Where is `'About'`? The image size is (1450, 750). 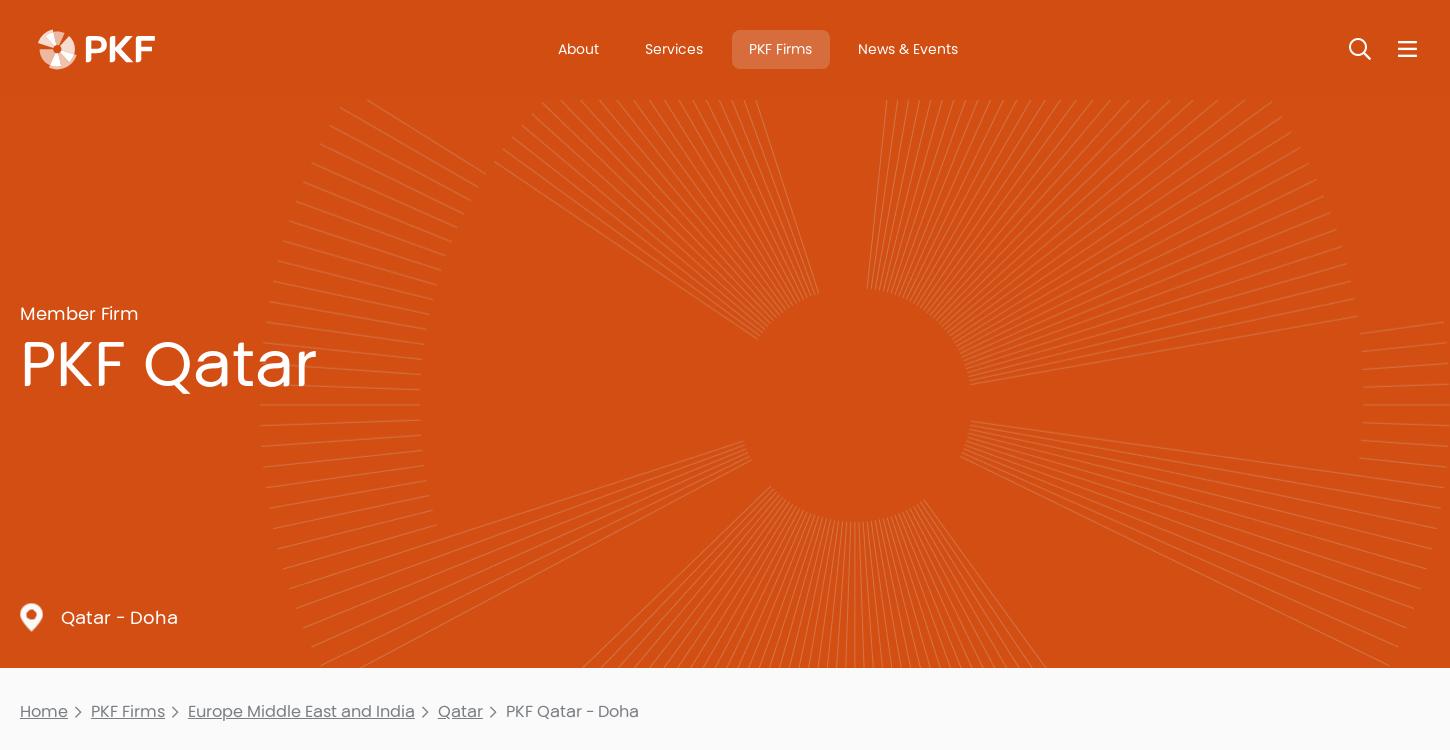
'About' is located at coordinates (578, 48).